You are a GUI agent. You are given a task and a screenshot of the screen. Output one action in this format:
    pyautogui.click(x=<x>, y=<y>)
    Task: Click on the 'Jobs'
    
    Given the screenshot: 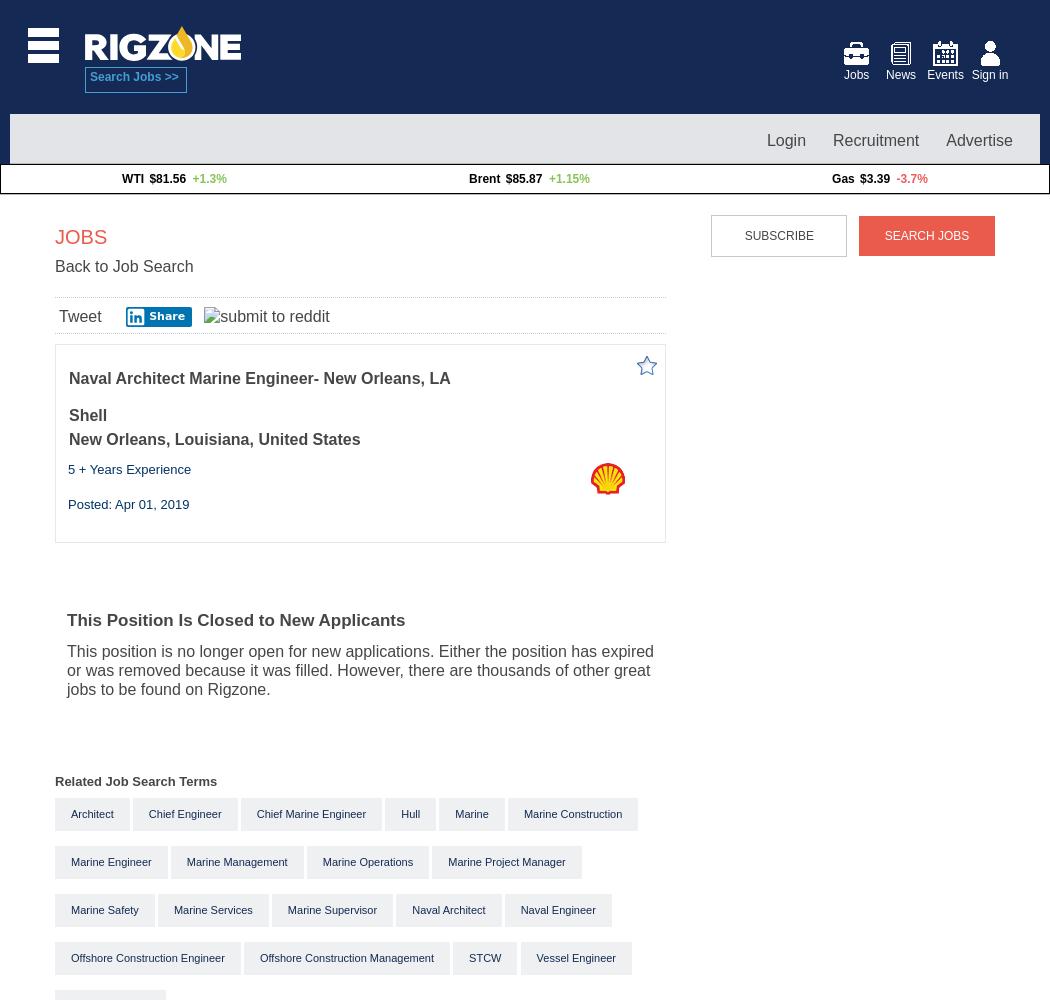 What is the action you would take?
    pyautogui.click(x=855, y=74)
    